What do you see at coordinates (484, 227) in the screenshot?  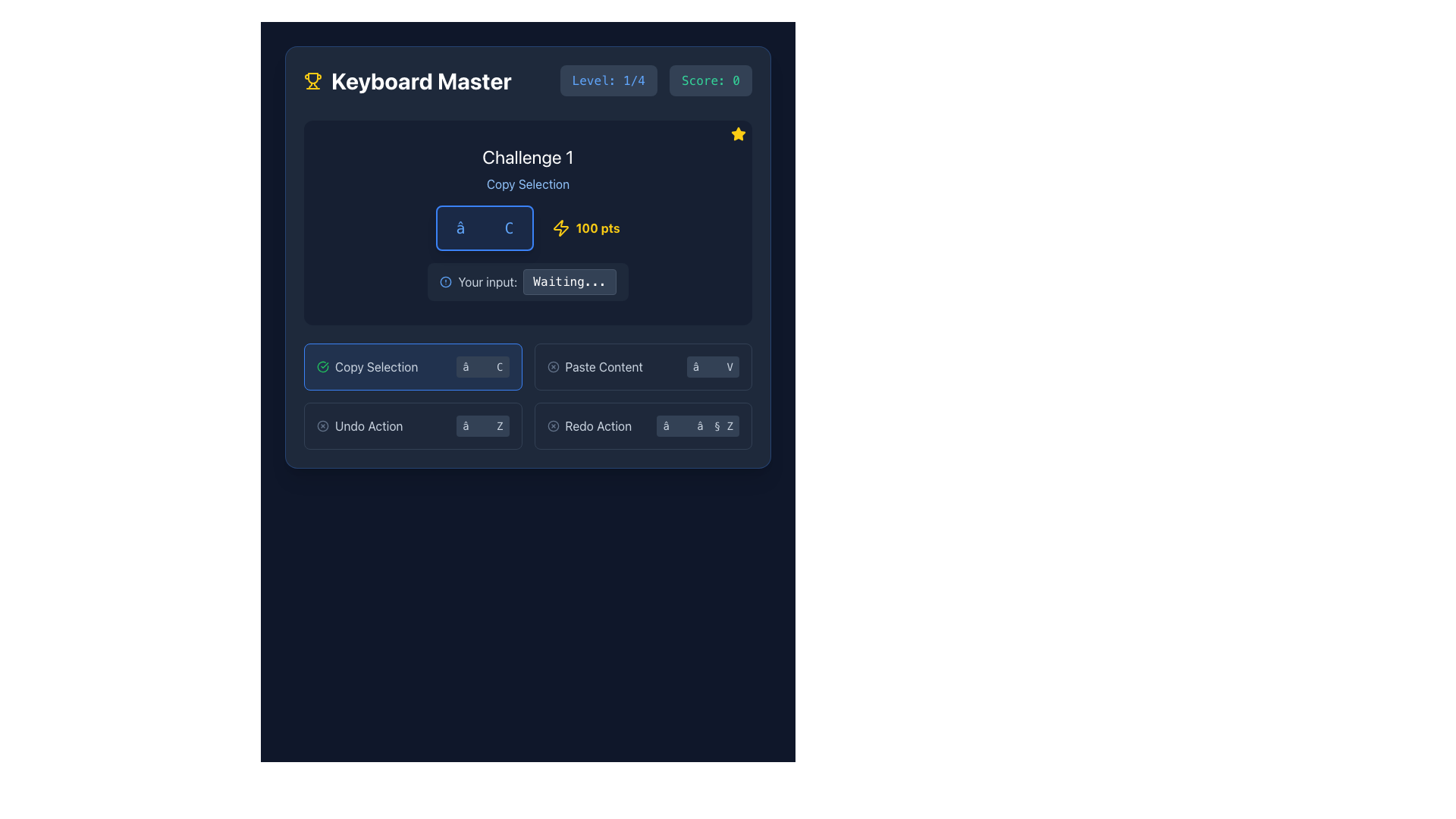 I see `the stylized text button labeled '⌘ C', which is a keyboard shortcut notation for copying, located under the 'Challenge 1' heading in the application interface` at bounding box center [484, 227].